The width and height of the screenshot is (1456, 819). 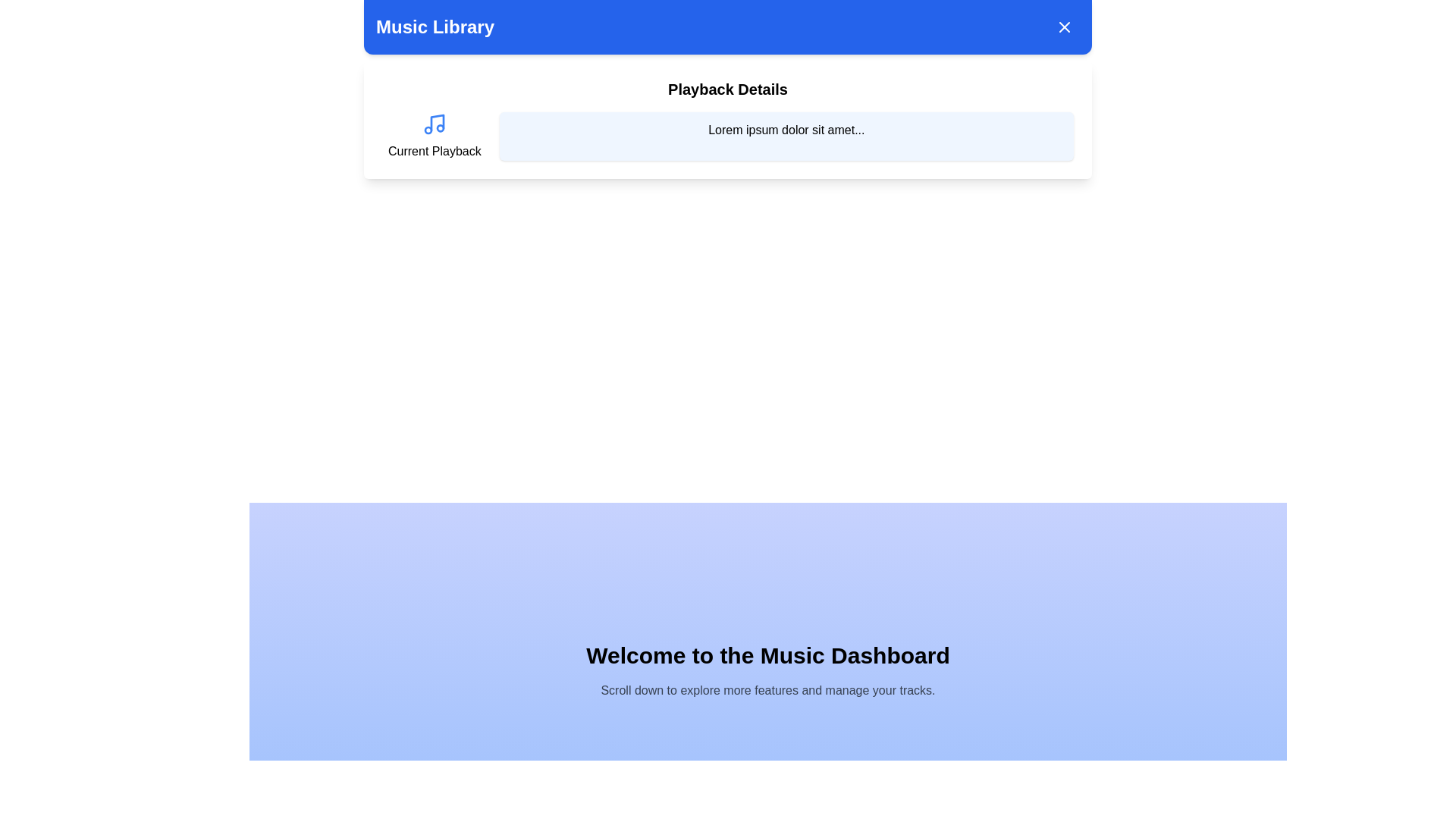 I want to click on the close button located in the top-right corner of the 'Music Library' section, so click(x=1063, y=27).